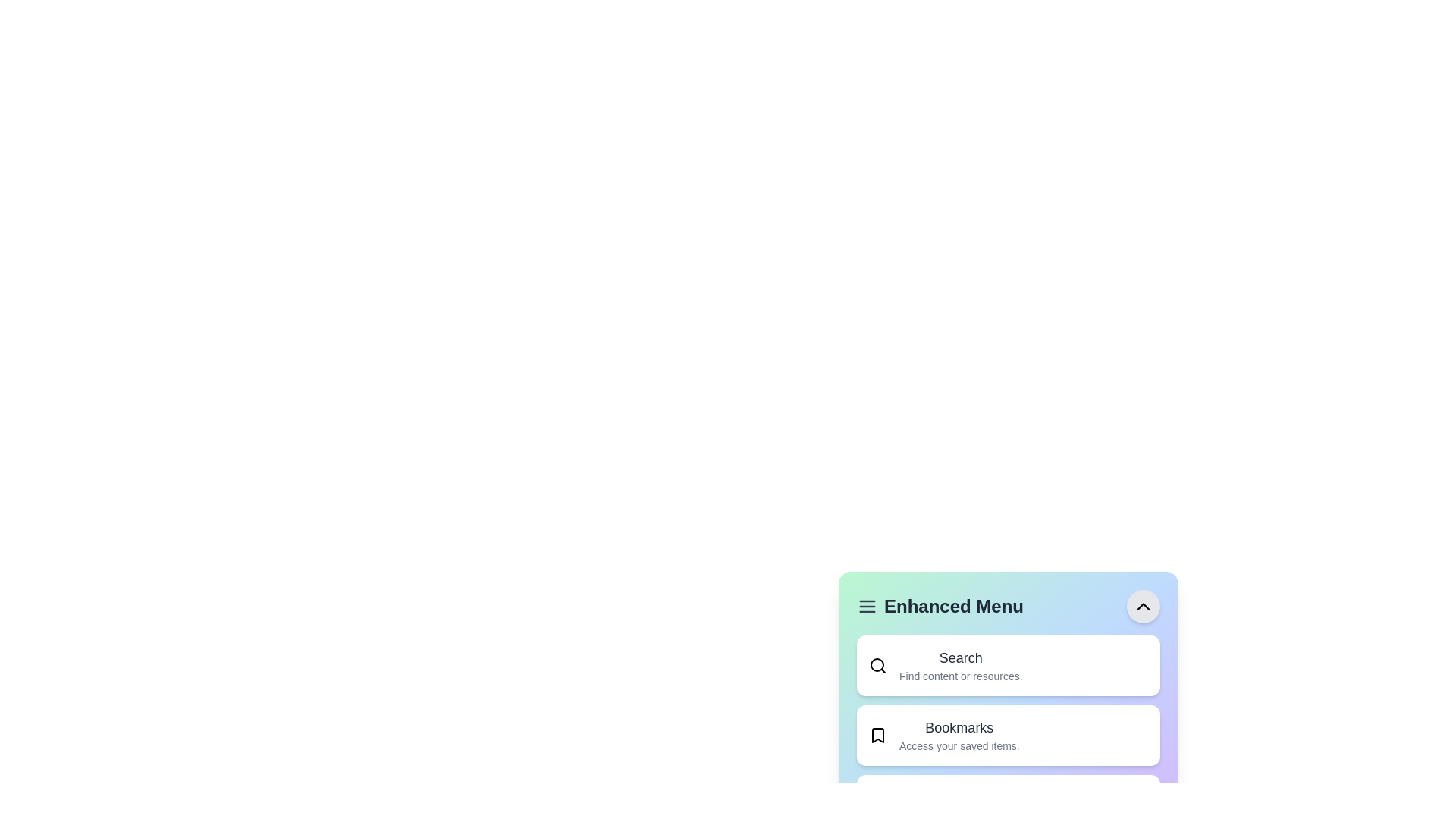  I want to click on the menu item labeled Bookmarks, so click(1008, 734).